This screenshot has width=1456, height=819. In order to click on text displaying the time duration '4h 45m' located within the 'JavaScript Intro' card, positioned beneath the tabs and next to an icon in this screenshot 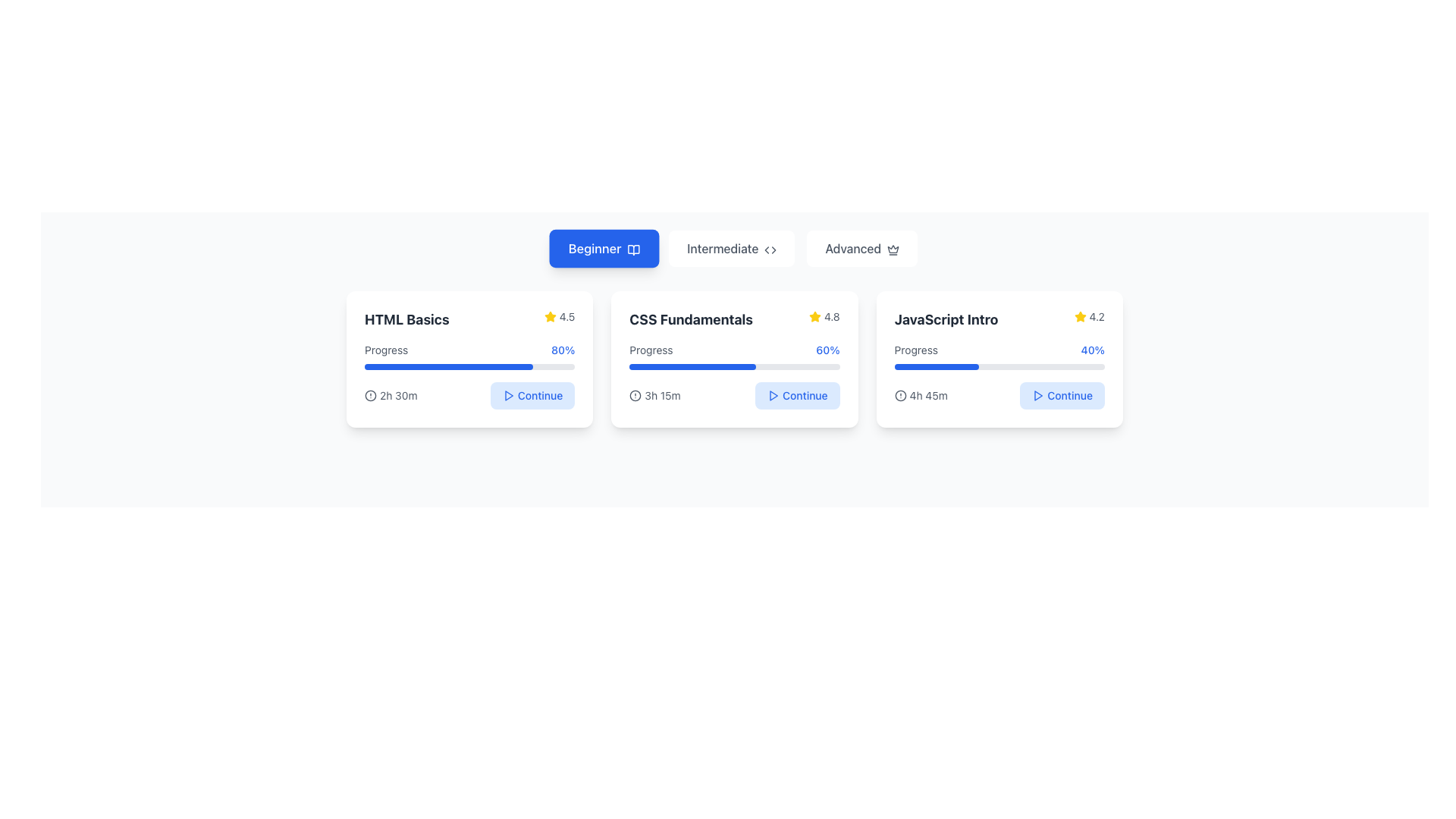, I will do `click(927, 394)`.